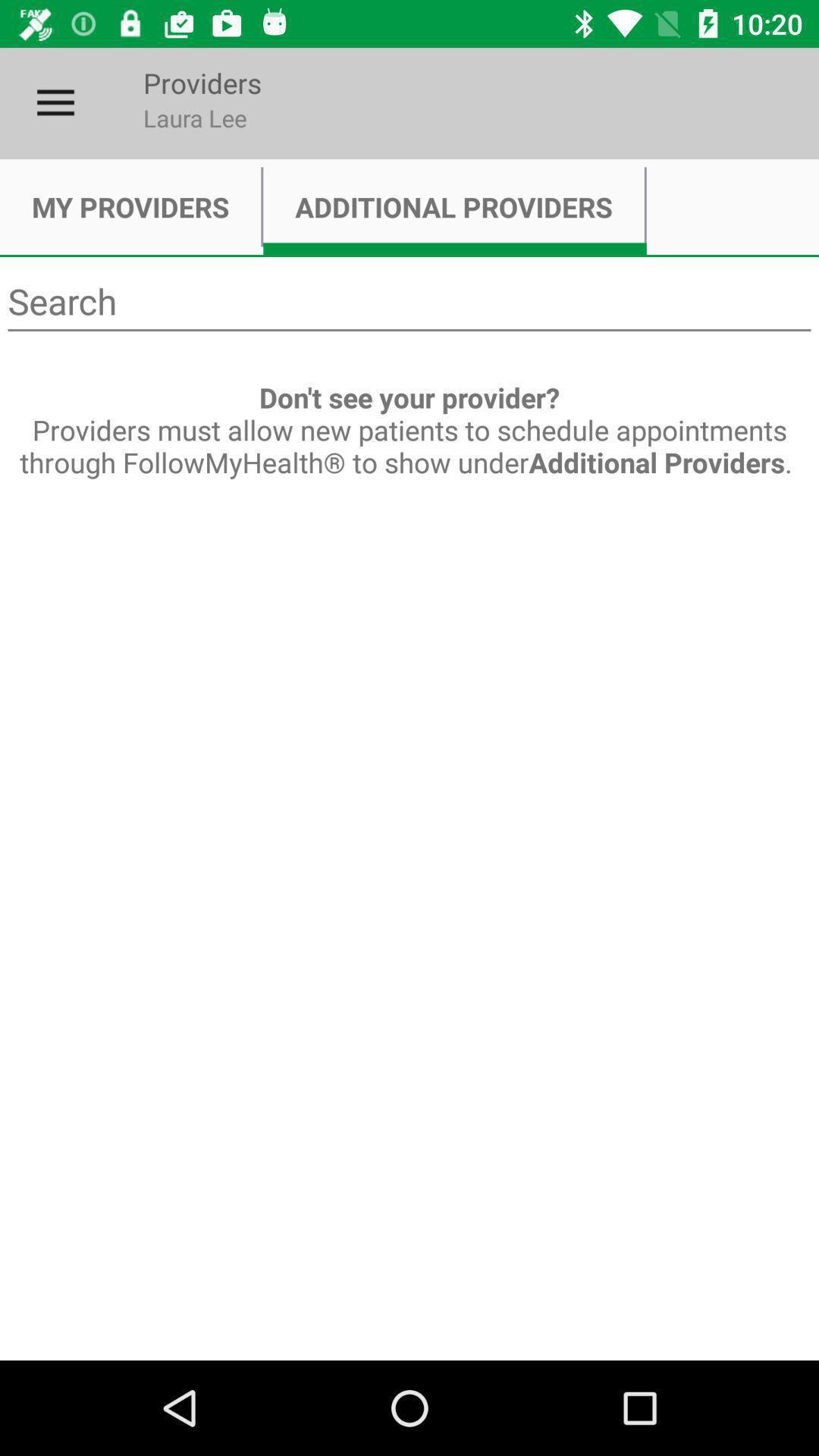 This screenshot has width=819, height=1456. Describe the element at coordinates (55, 102) in the screenshot. I see `the icon next to the providers icon` at that location.